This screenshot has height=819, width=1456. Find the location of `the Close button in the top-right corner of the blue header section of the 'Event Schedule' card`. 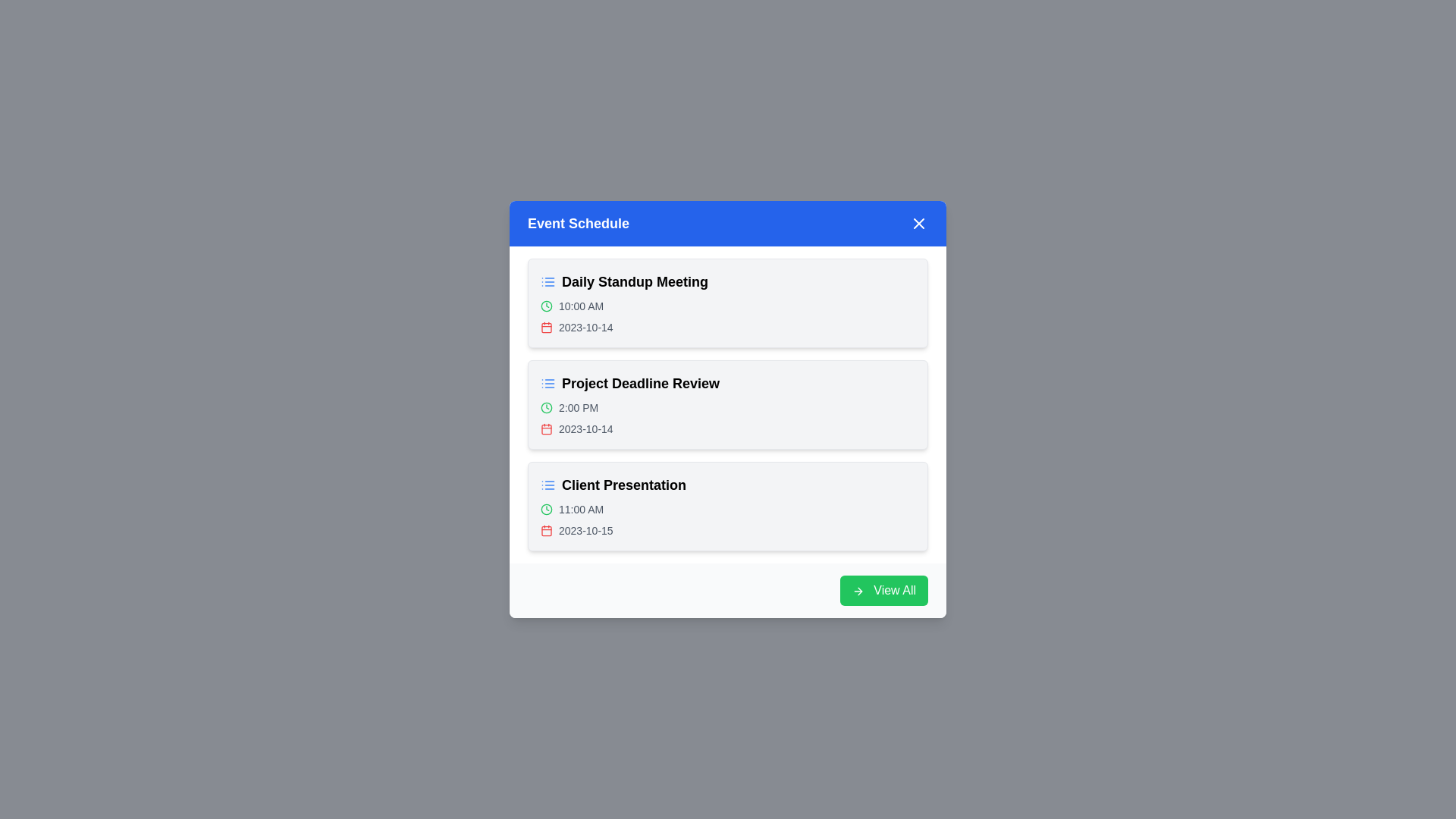

the Close button in the top-right corner of the blue header section of the 'Event Schedule' card is located at coordinates (918, 223).